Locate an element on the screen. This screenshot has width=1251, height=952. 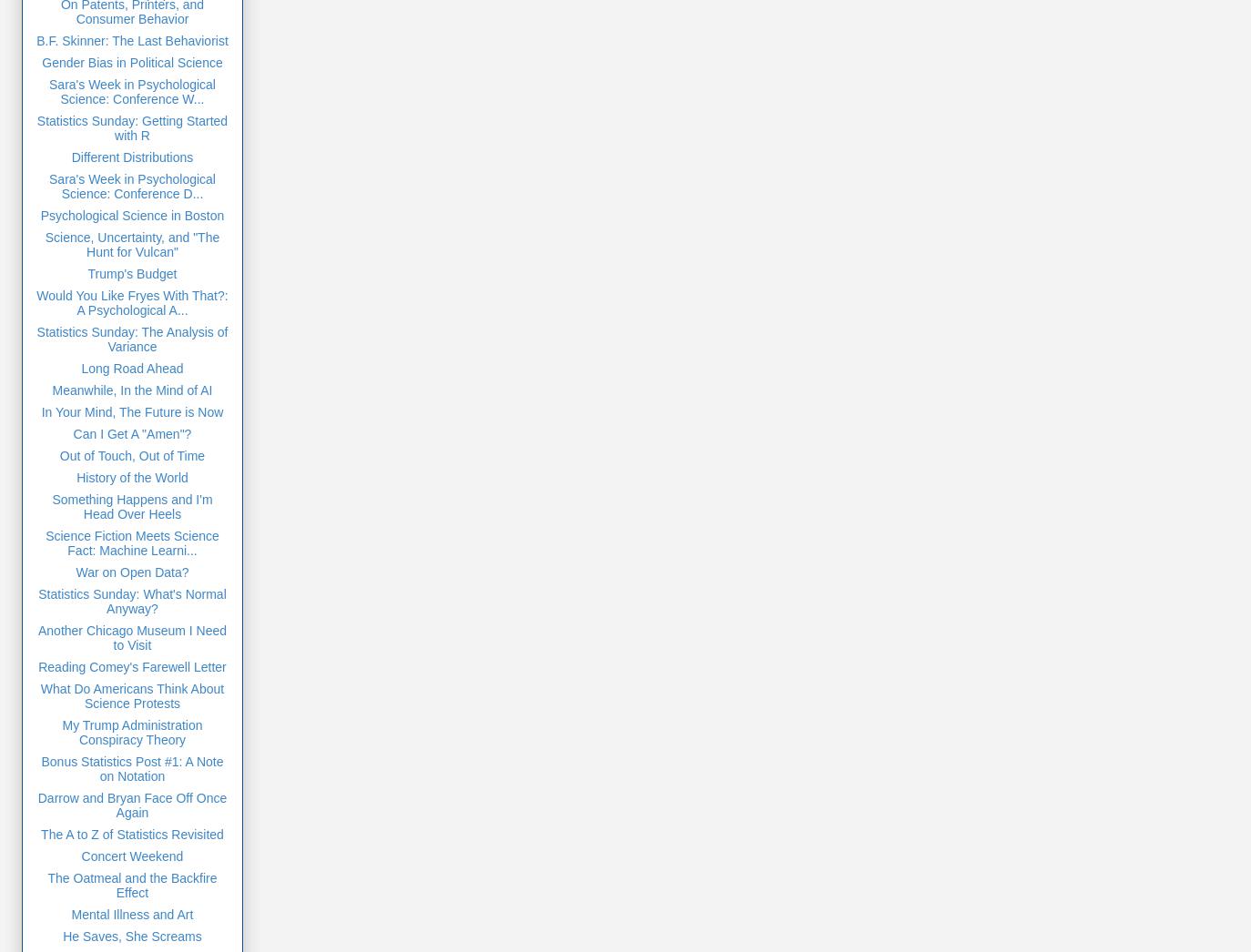
'Long Road Ahead' is located at coordinates (80, 367).